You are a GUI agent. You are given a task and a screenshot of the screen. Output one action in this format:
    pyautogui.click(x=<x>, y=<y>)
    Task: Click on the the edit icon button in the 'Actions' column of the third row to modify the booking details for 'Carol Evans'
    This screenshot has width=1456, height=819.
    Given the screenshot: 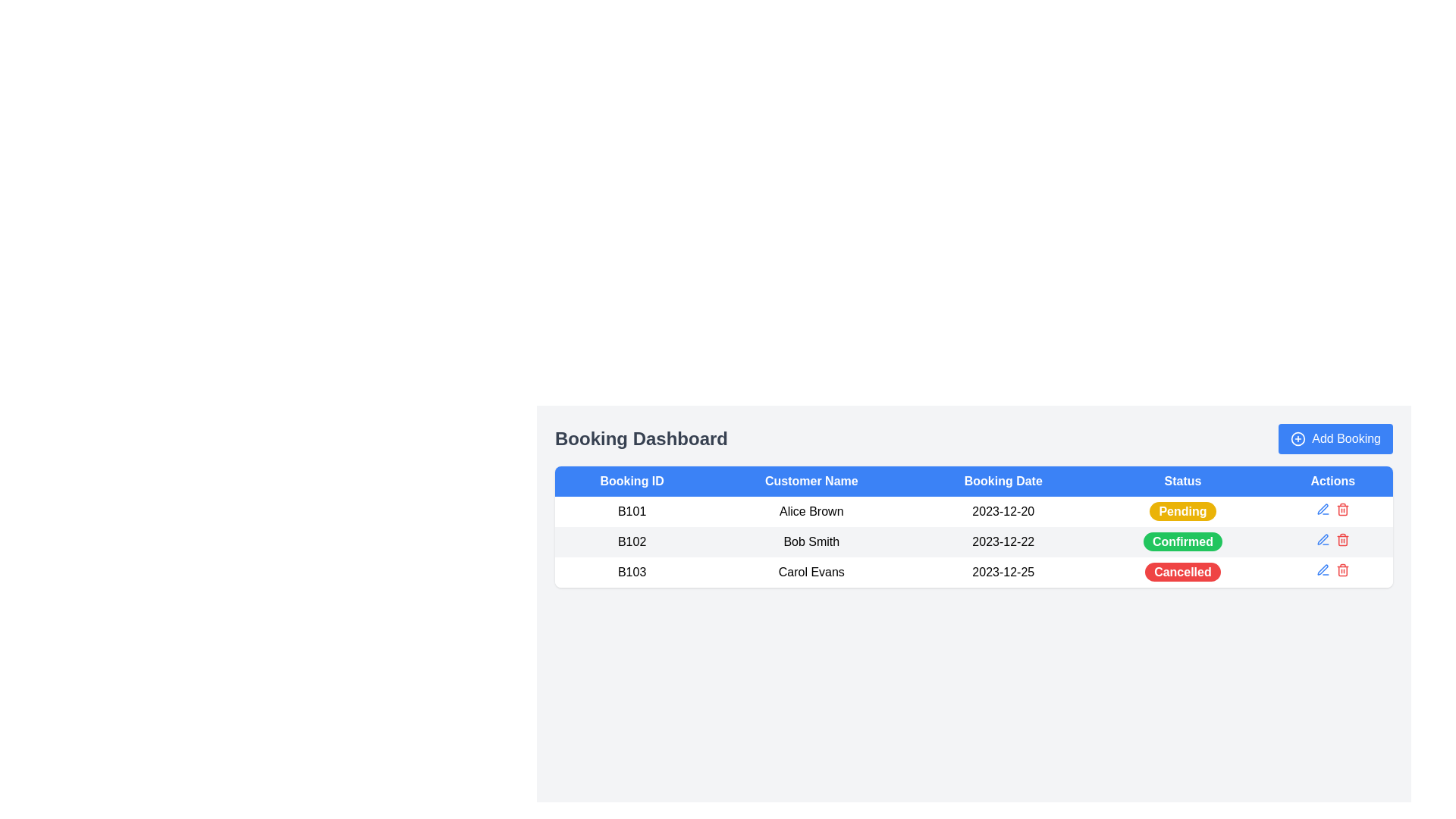 What is the action you would take?
    pyautogui.click(x=1322, y=570)
    